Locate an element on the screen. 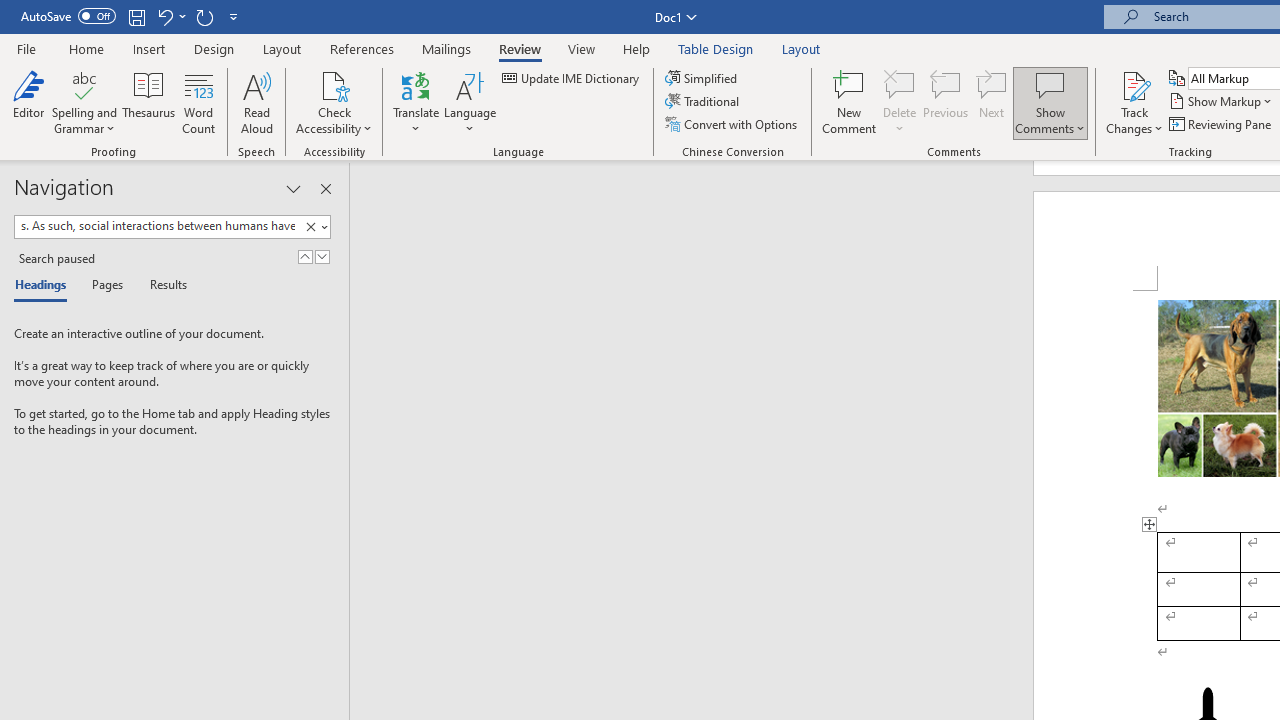  'Spelling and Grammar' is located at coordinates (84, 84).